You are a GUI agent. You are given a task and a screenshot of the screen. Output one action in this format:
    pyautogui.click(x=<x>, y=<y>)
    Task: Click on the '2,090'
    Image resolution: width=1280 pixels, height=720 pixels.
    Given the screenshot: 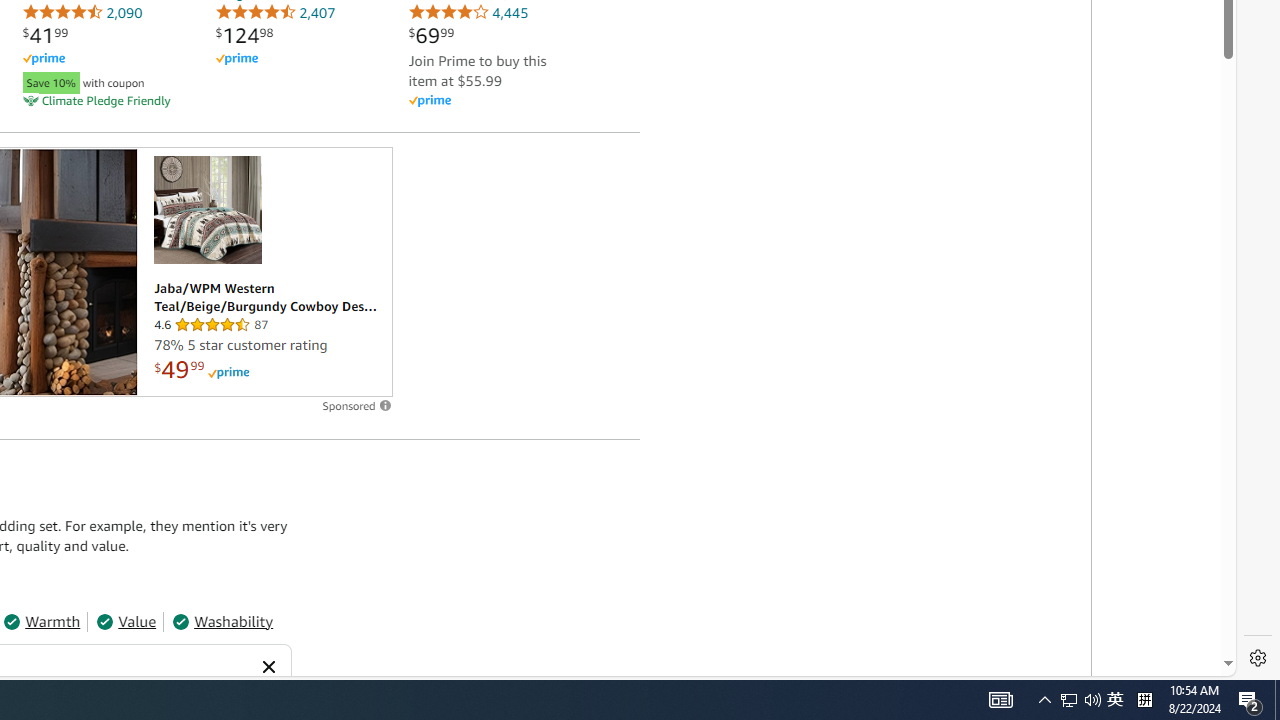 What is the action you would take?
    pyautogui.click(x=81, y=12)
    